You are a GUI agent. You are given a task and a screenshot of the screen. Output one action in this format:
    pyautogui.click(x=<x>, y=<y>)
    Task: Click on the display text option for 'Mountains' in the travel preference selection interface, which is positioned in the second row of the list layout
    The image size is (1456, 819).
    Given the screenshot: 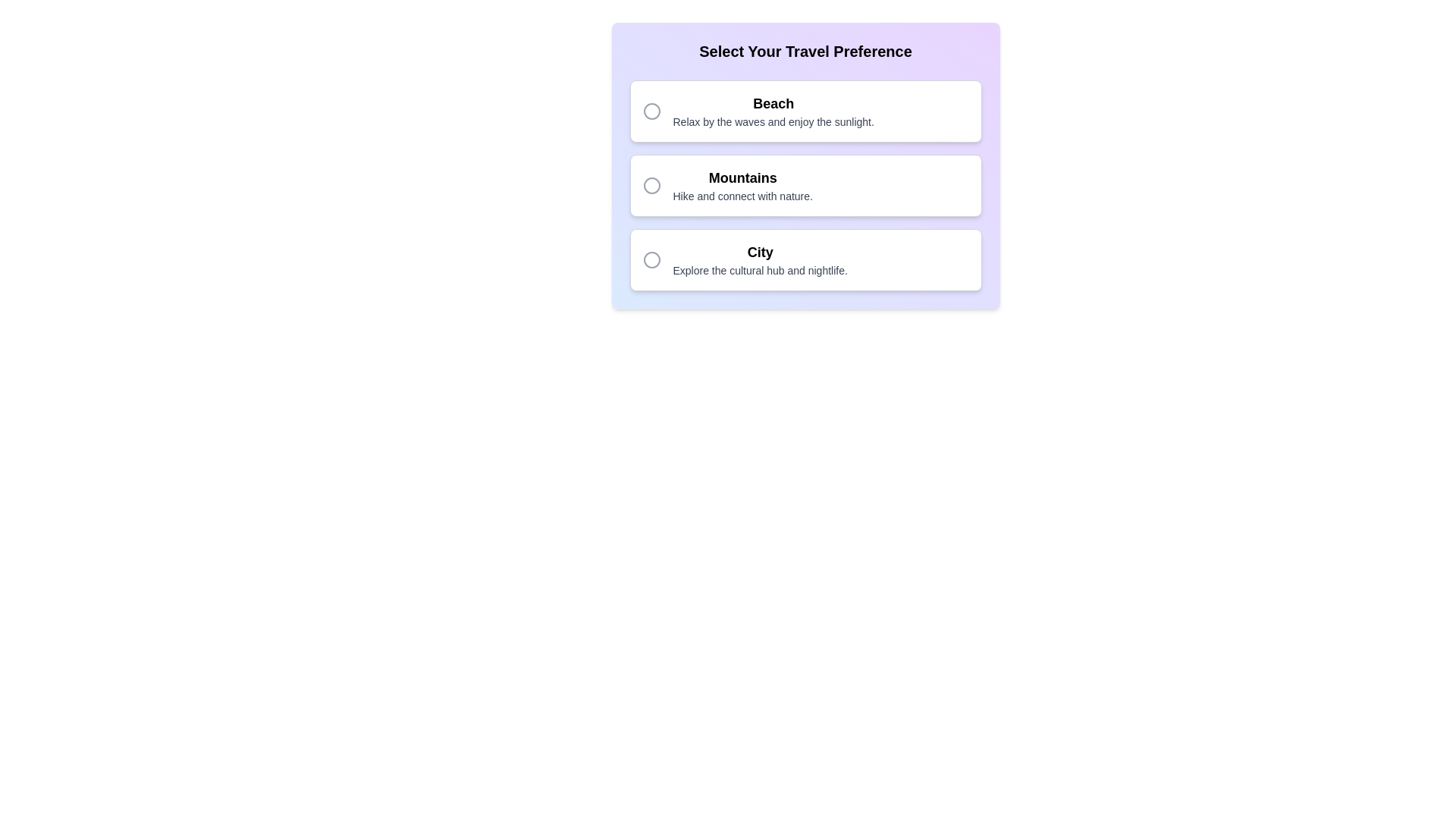 What is the action you would take?
    pyautogui.click(x=742, y=185)
    